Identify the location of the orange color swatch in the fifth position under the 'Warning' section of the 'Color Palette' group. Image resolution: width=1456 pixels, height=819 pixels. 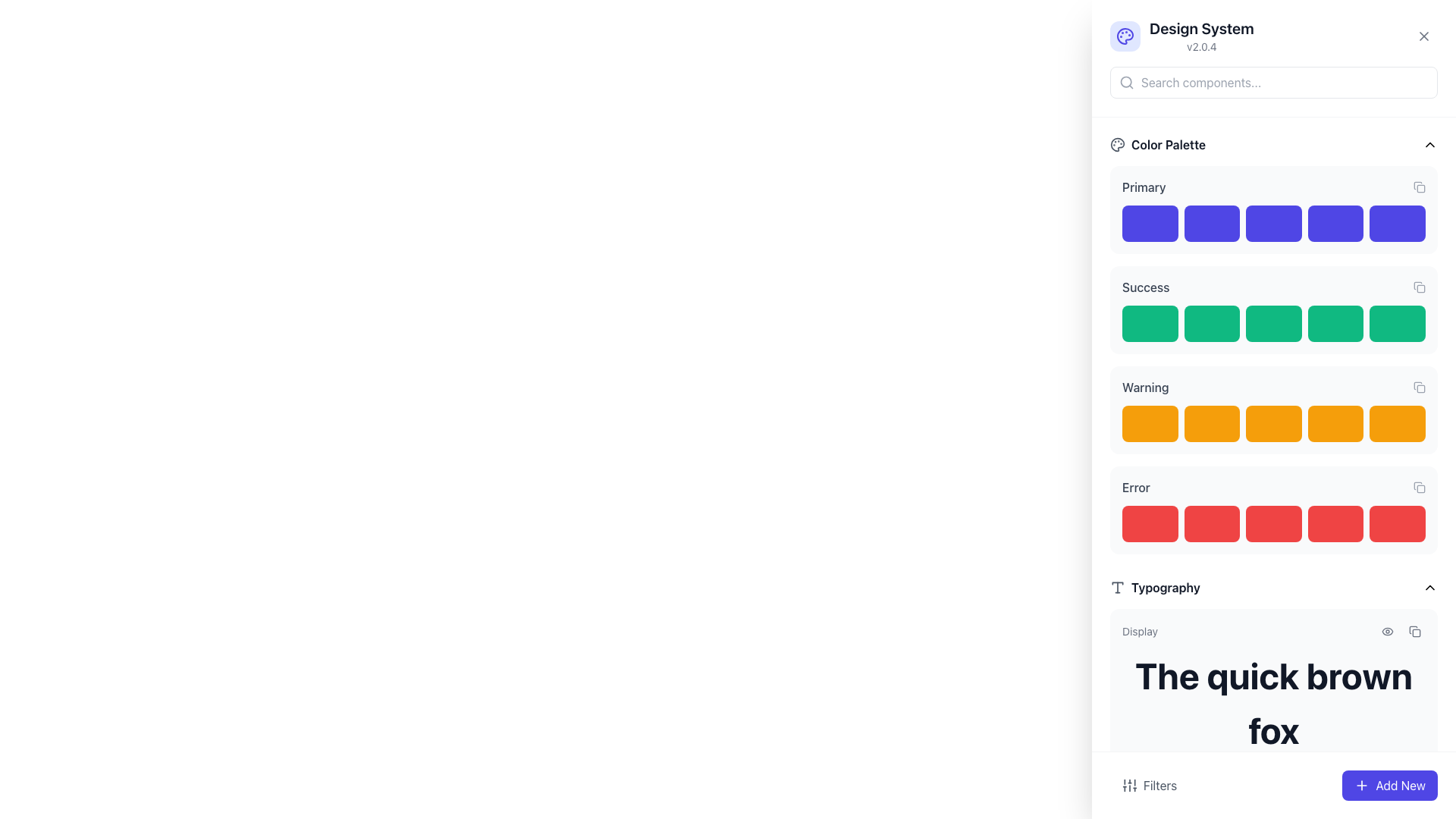
(1397, 424).